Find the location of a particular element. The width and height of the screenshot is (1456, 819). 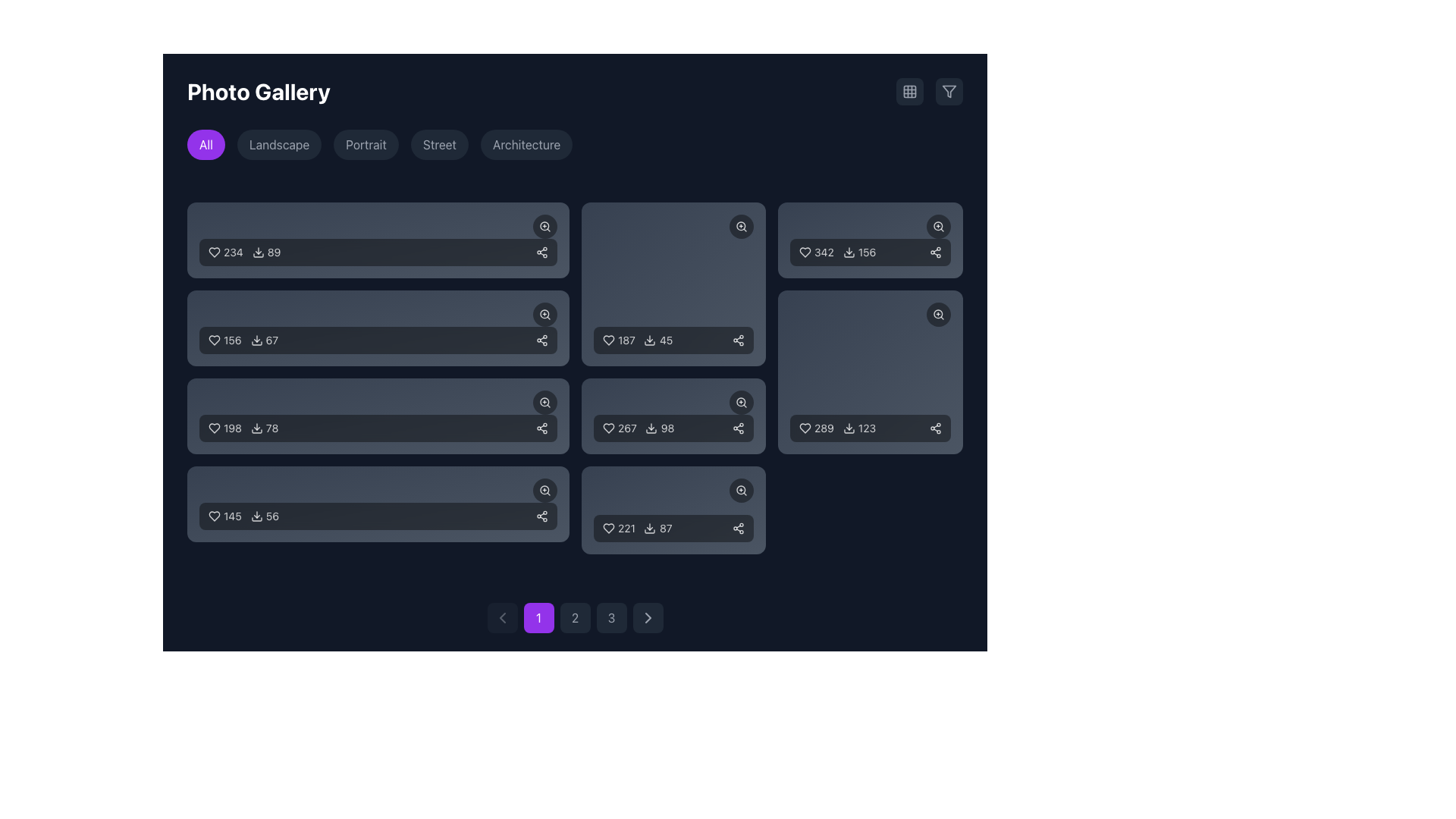

the Statistical display showing the number '234' next to a heart icon, located is located at coordinates (224, 251).